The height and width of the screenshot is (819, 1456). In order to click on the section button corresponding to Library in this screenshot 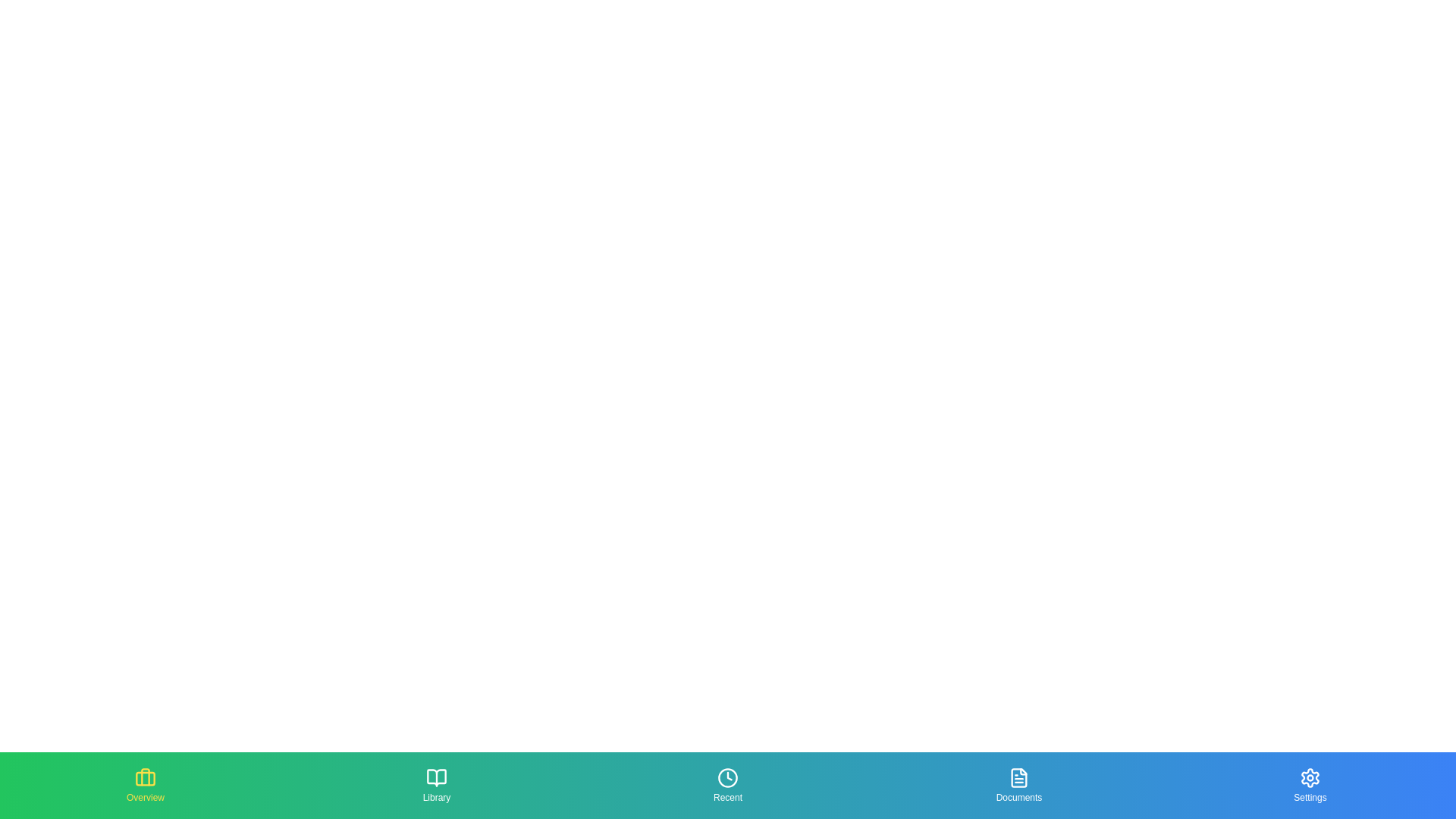, I will do `click(436, 785)`.